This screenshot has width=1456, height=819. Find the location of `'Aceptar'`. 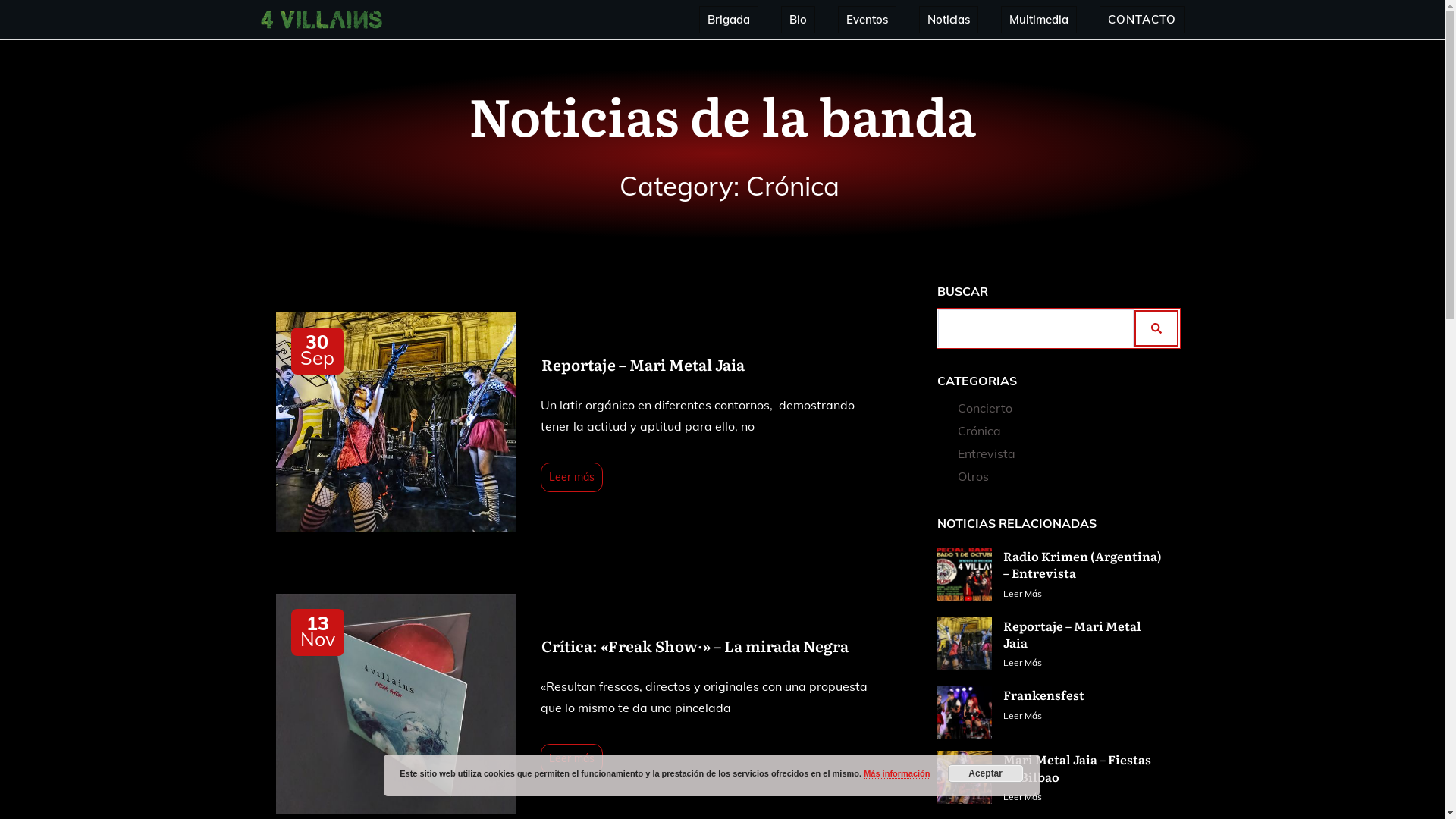

'Aceptar' is located at coordinates (986, 773).